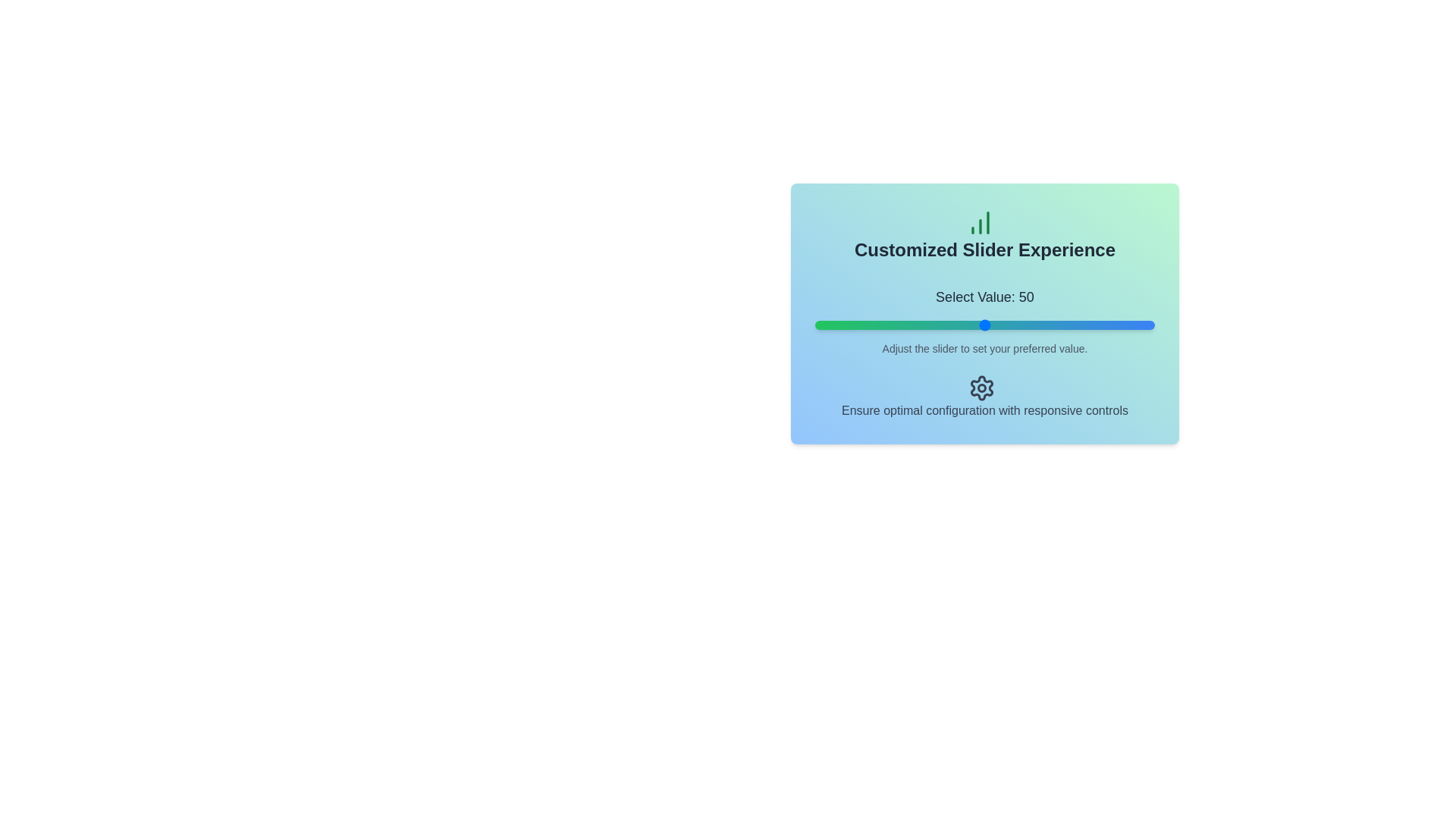 The height and width of the screenshot is (819, 1456). I want to click on the slider to set its value to 34, so click(930, 324).